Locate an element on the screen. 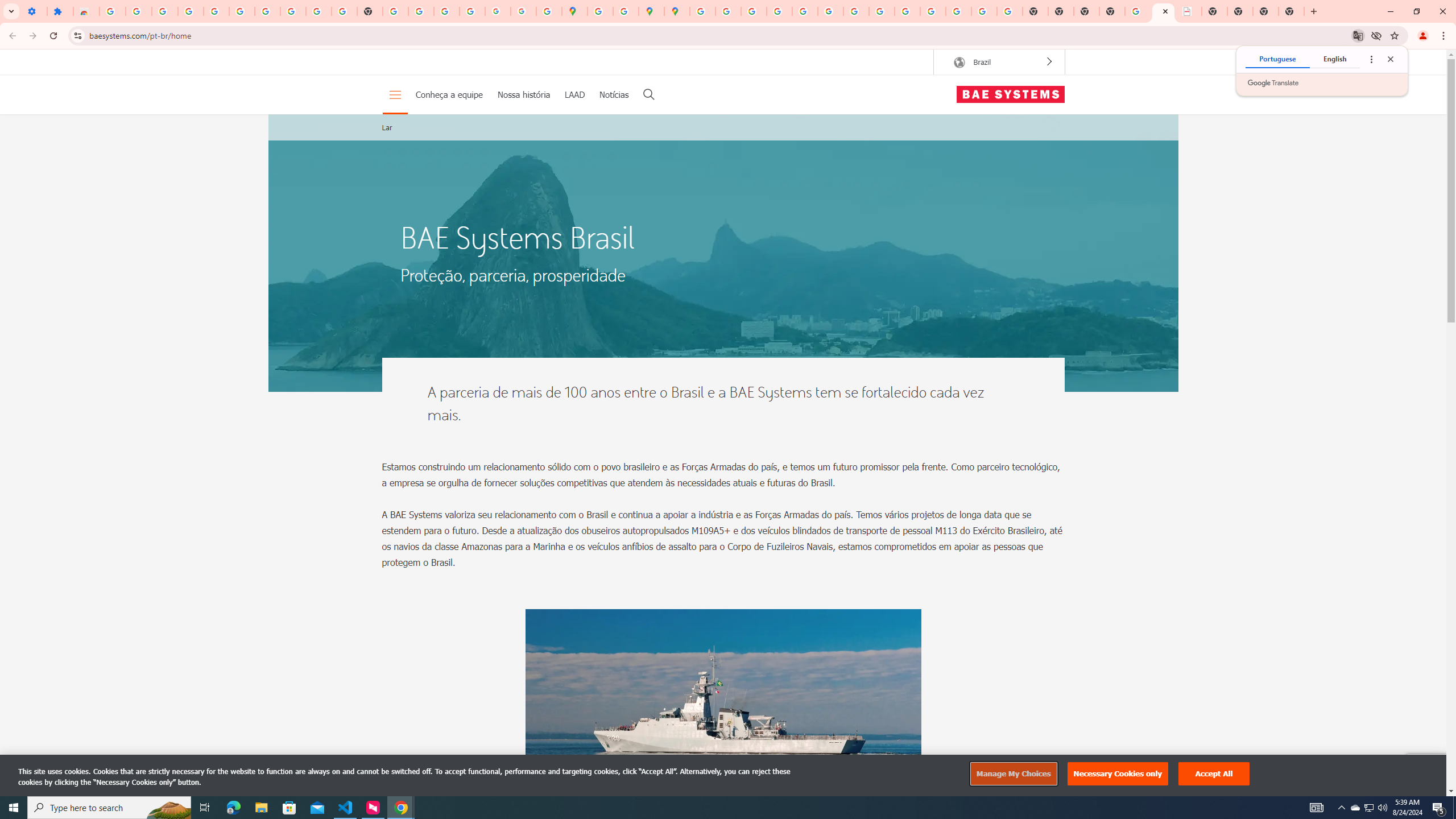 This screenshot has height=819, width=1456. 'Necessary Cookies only' is located at coordinates (1118, 773).